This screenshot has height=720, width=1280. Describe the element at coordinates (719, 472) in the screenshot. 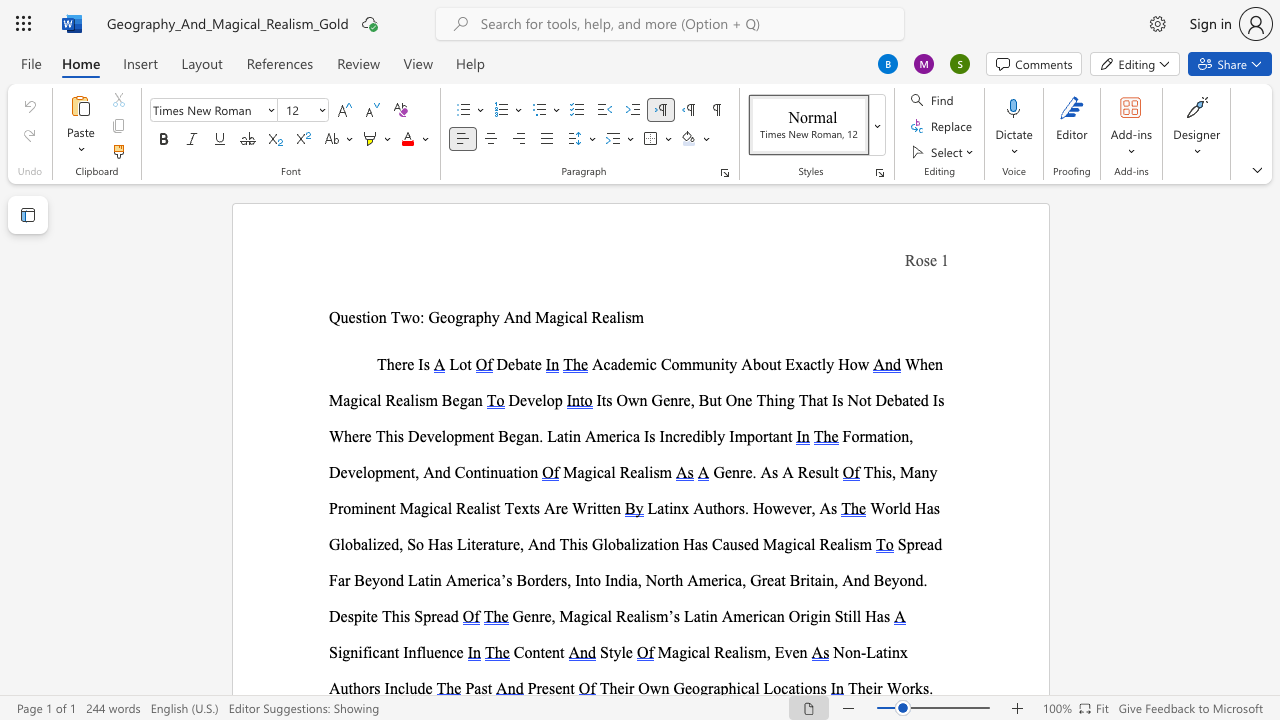

I see `the 1th character "G" in the text` at that location.